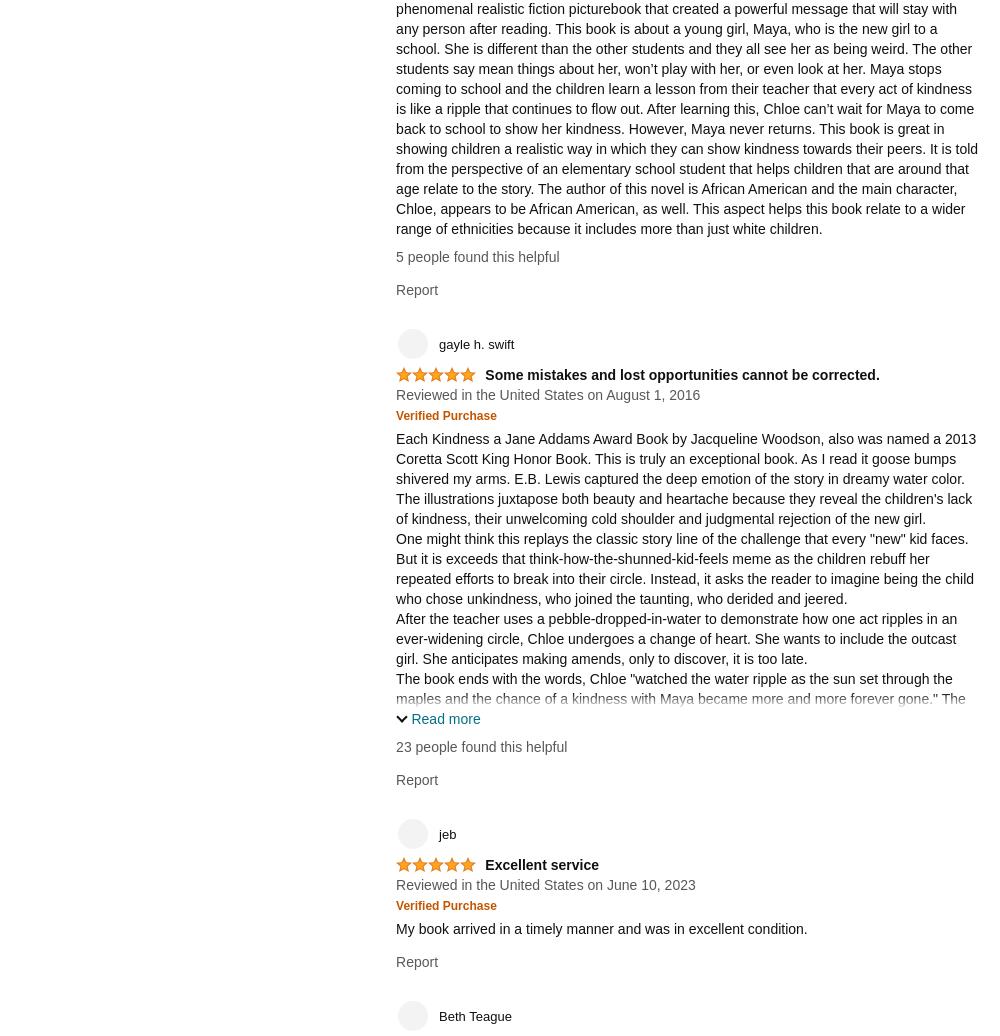 This screenshot has height=1036, width=1000. What do you see at coordinates (542, 864) in the screenshot?
I see `'Excellent service'` at bounding box center [542, 864].